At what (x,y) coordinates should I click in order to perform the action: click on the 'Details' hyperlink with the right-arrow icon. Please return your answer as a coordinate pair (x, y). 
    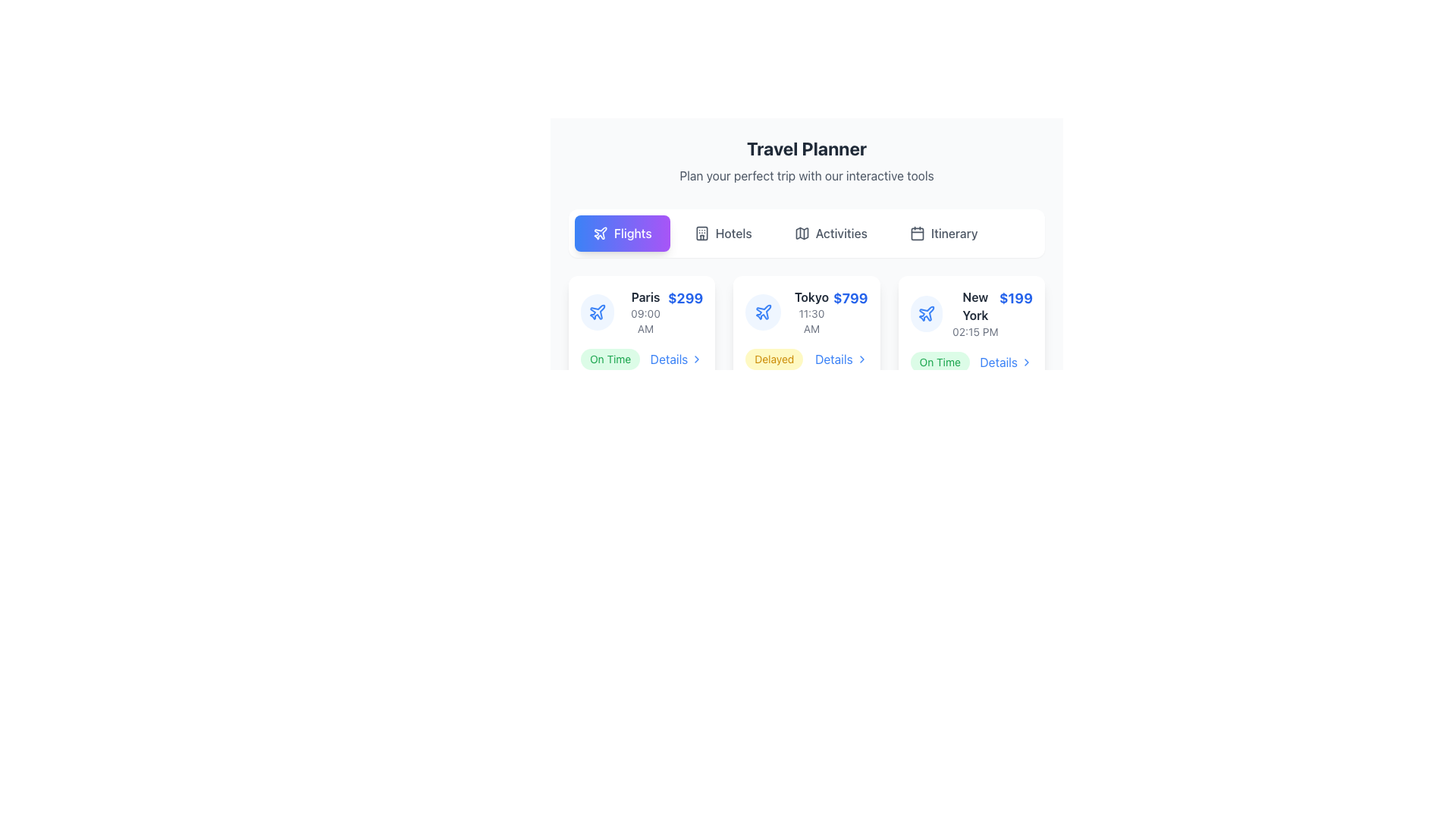
    Looking at the image, I should click on (676, 359).